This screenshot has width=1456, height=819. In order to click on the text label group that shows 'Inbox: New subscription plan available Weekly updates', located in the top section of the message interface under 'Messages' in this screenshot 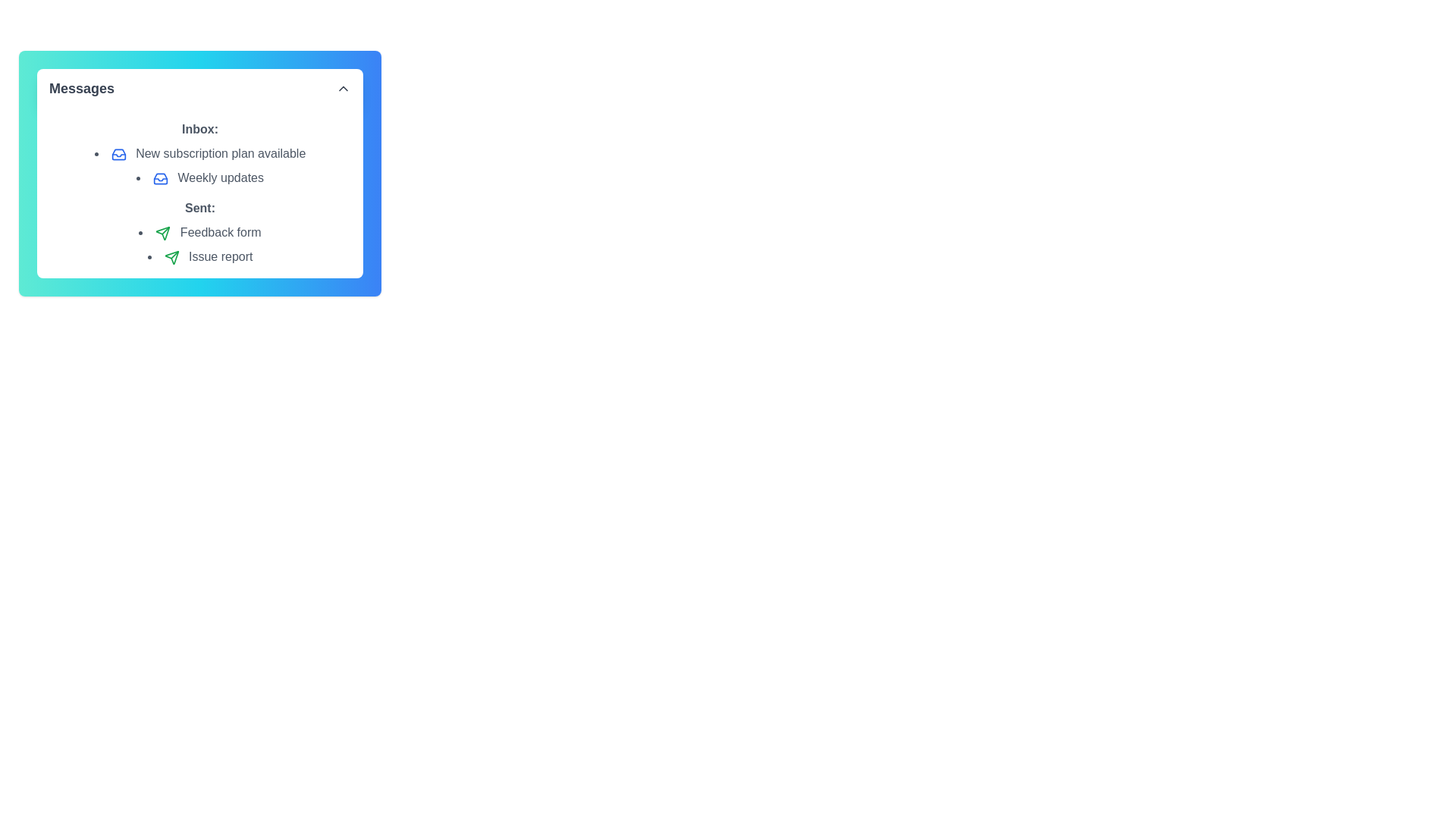, I will do `click(199, 154)`.